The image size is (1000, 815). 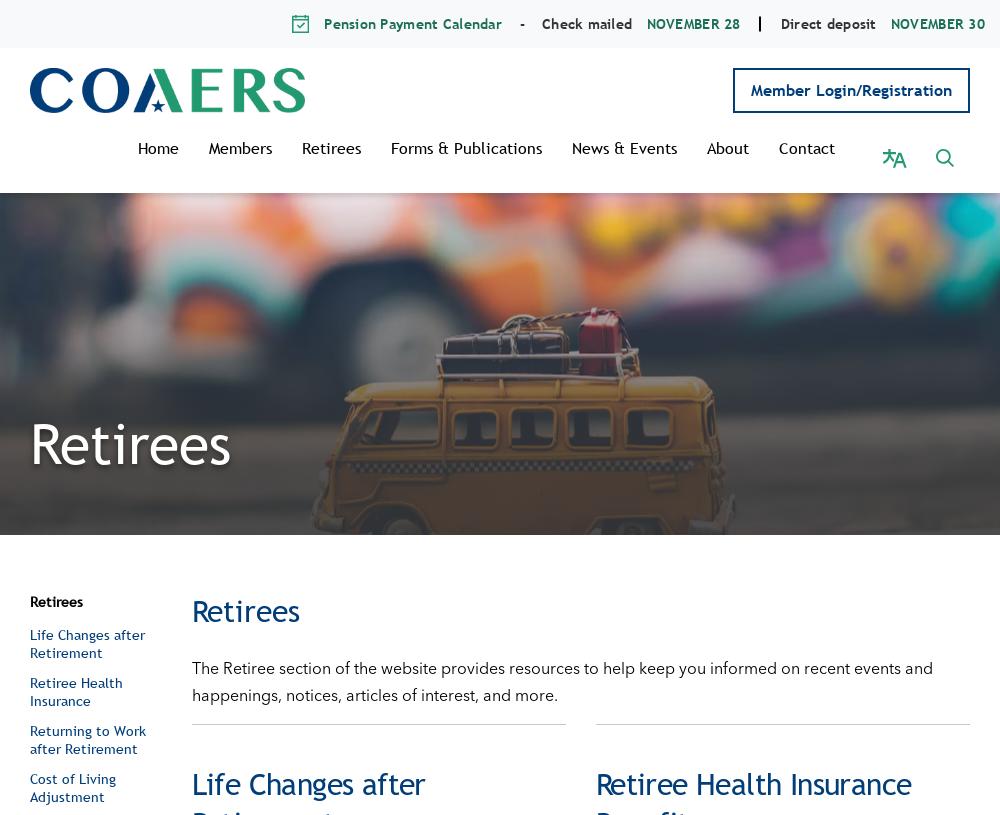 What do you see at coordinates (561, 659) in the screenshot?
I see `'The Retiree section of the website provides resources to help keep you informed on recent events and happenings, notices, articles of interest, and more.'` at bounding box center [561, 659].